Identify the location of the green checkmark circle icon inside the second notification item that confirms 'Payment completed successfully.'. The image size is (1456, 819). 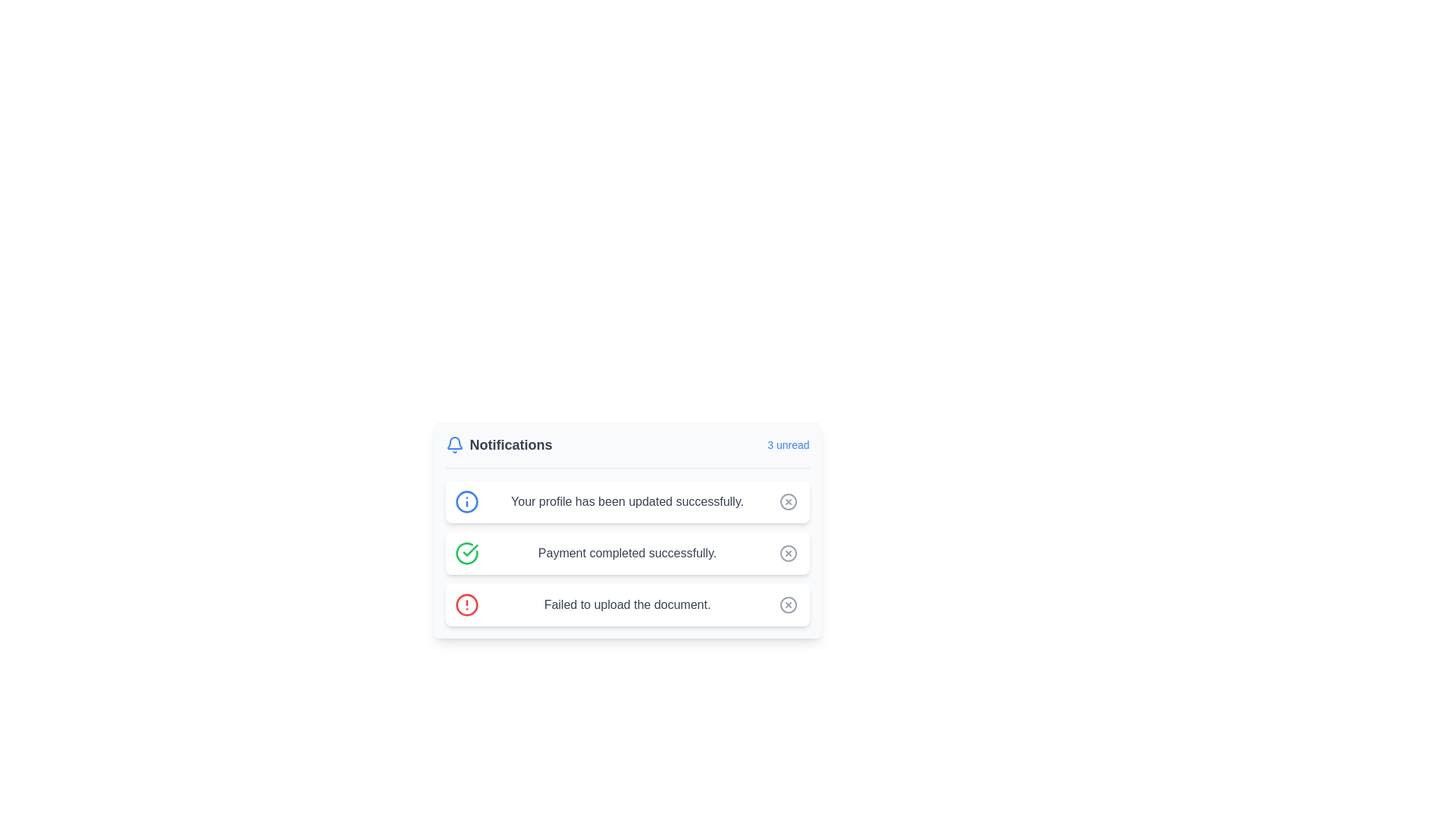
(466, 553).